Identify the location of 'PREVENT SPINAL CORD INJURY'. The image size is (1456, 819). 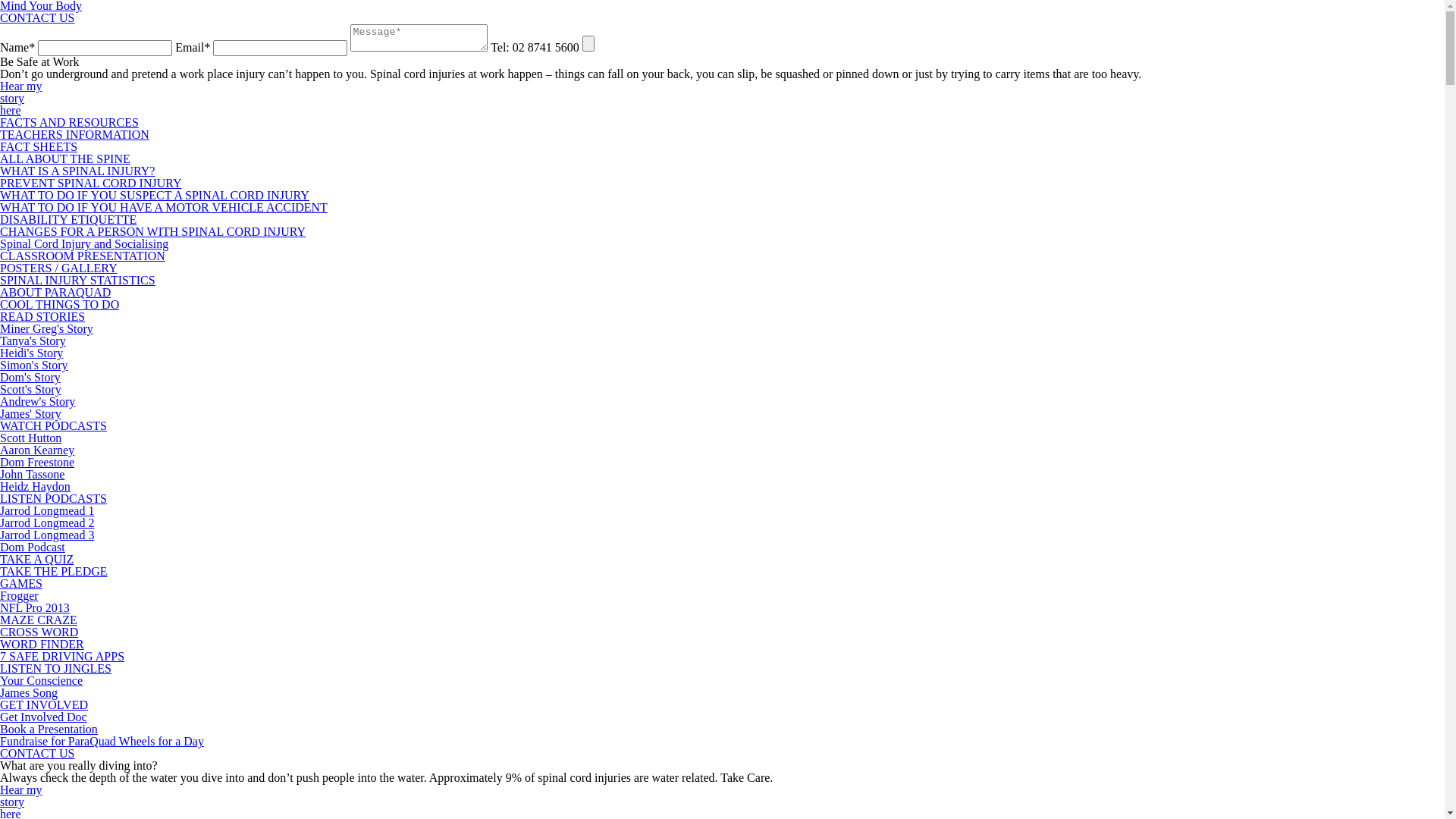
(90, 182).